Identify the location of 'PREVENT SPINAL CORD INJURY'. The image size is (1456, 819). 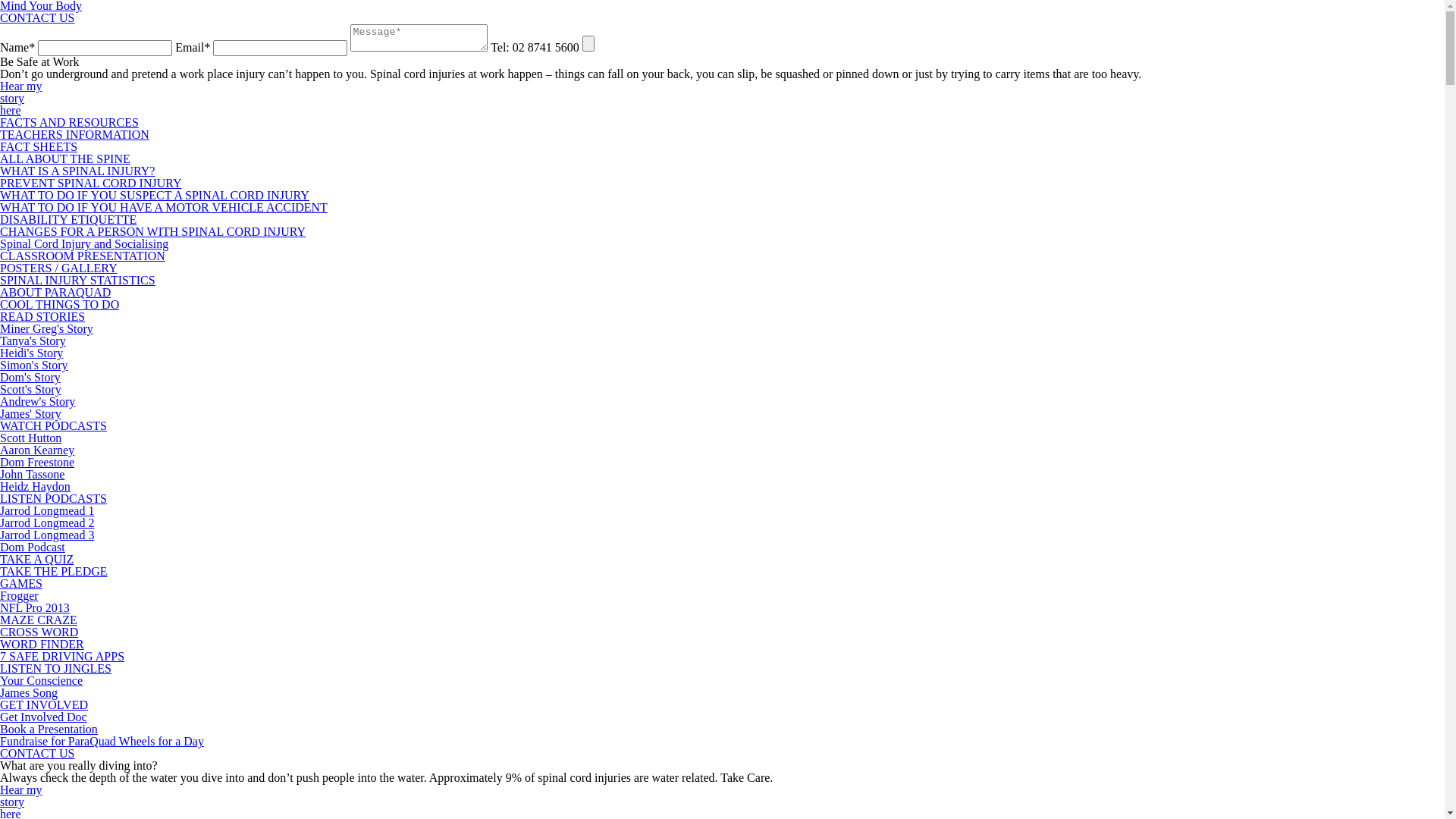
(90, 182).